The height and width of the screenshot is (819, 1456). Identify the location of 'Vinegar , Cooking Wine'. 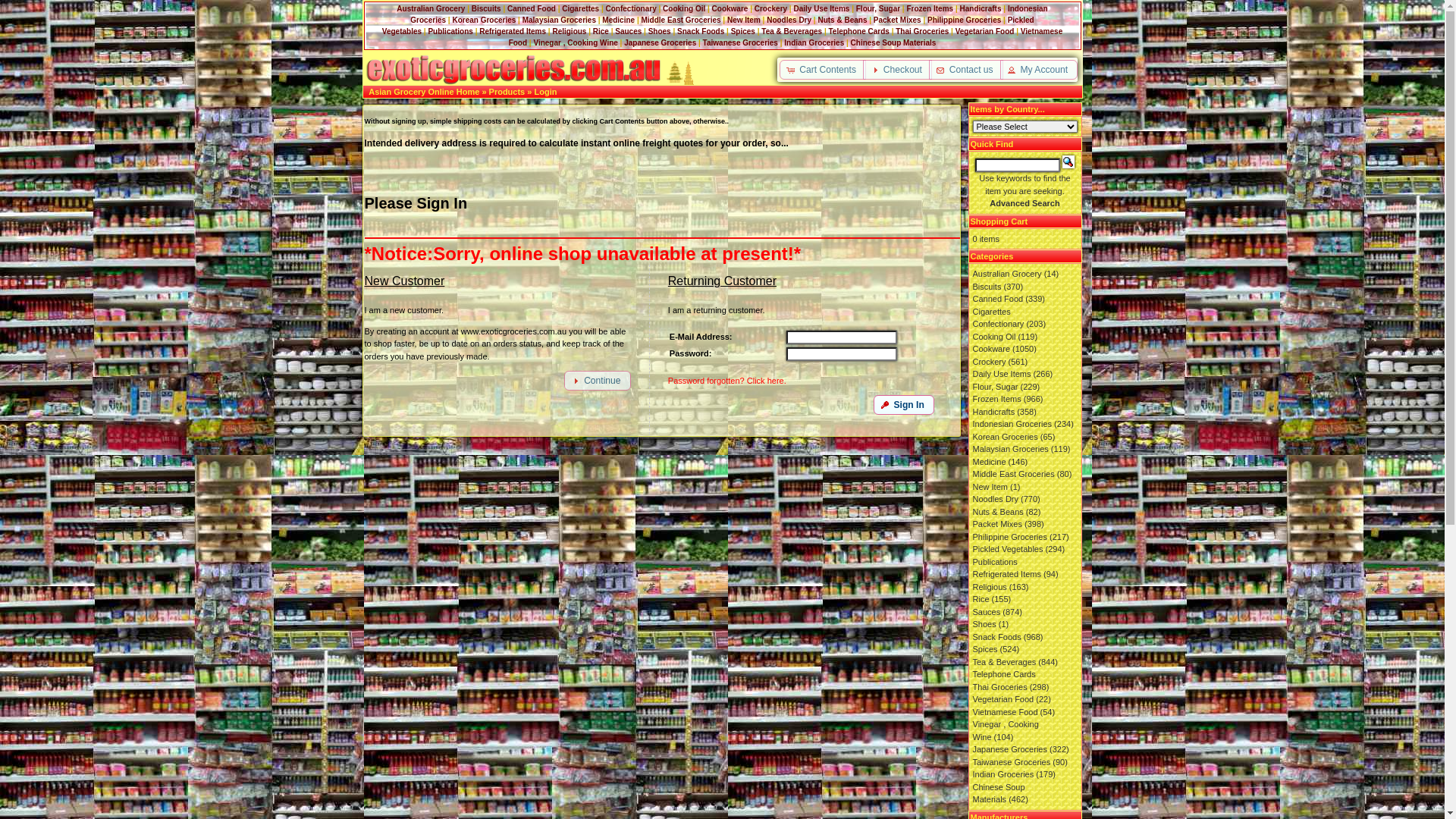
(574, 42).